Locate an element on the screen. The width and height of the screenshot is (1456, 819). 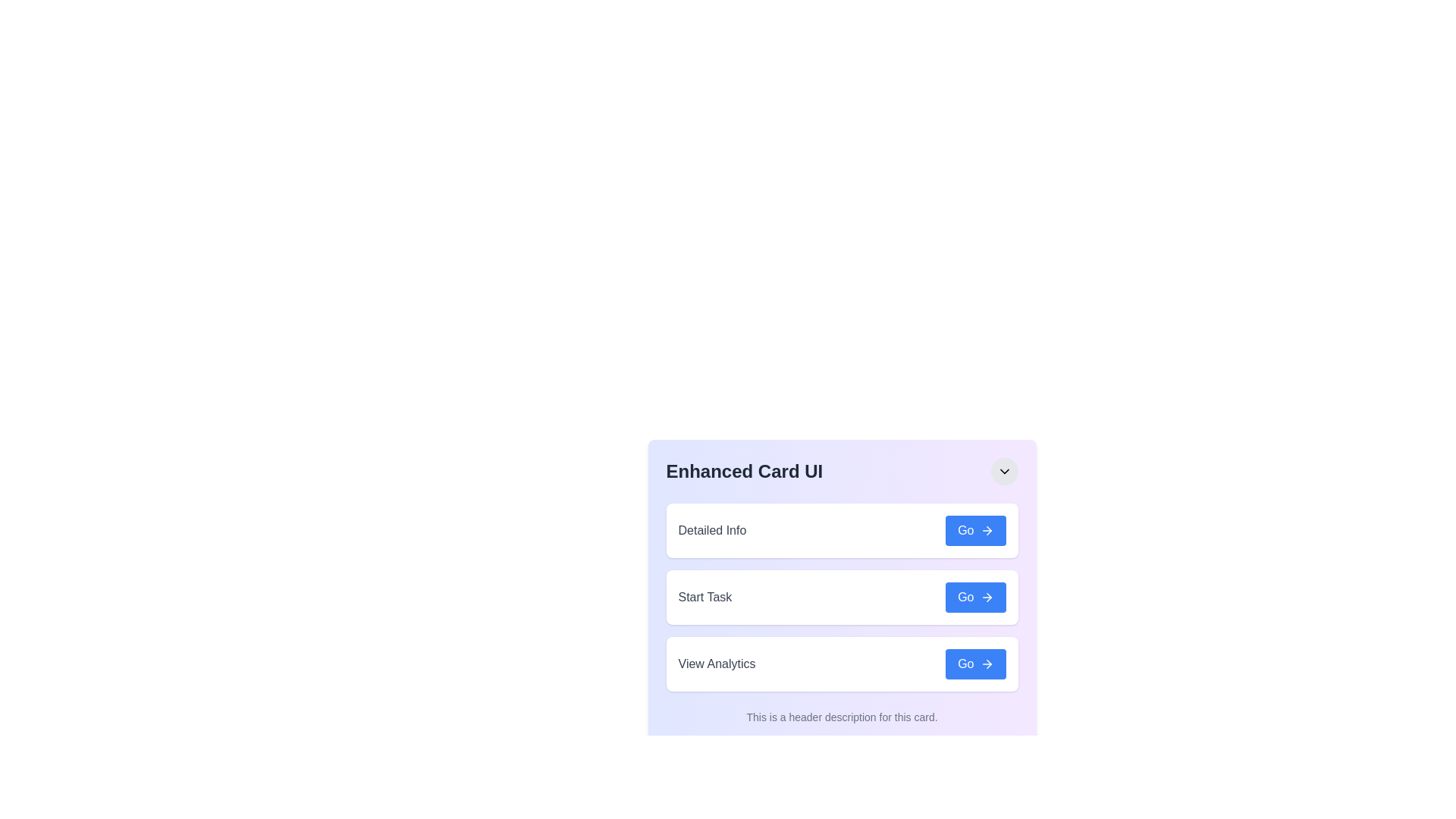
the third button in the column of buttons related to 'View Analytics' to apply the focus ring is located at coordinates (975, 663).